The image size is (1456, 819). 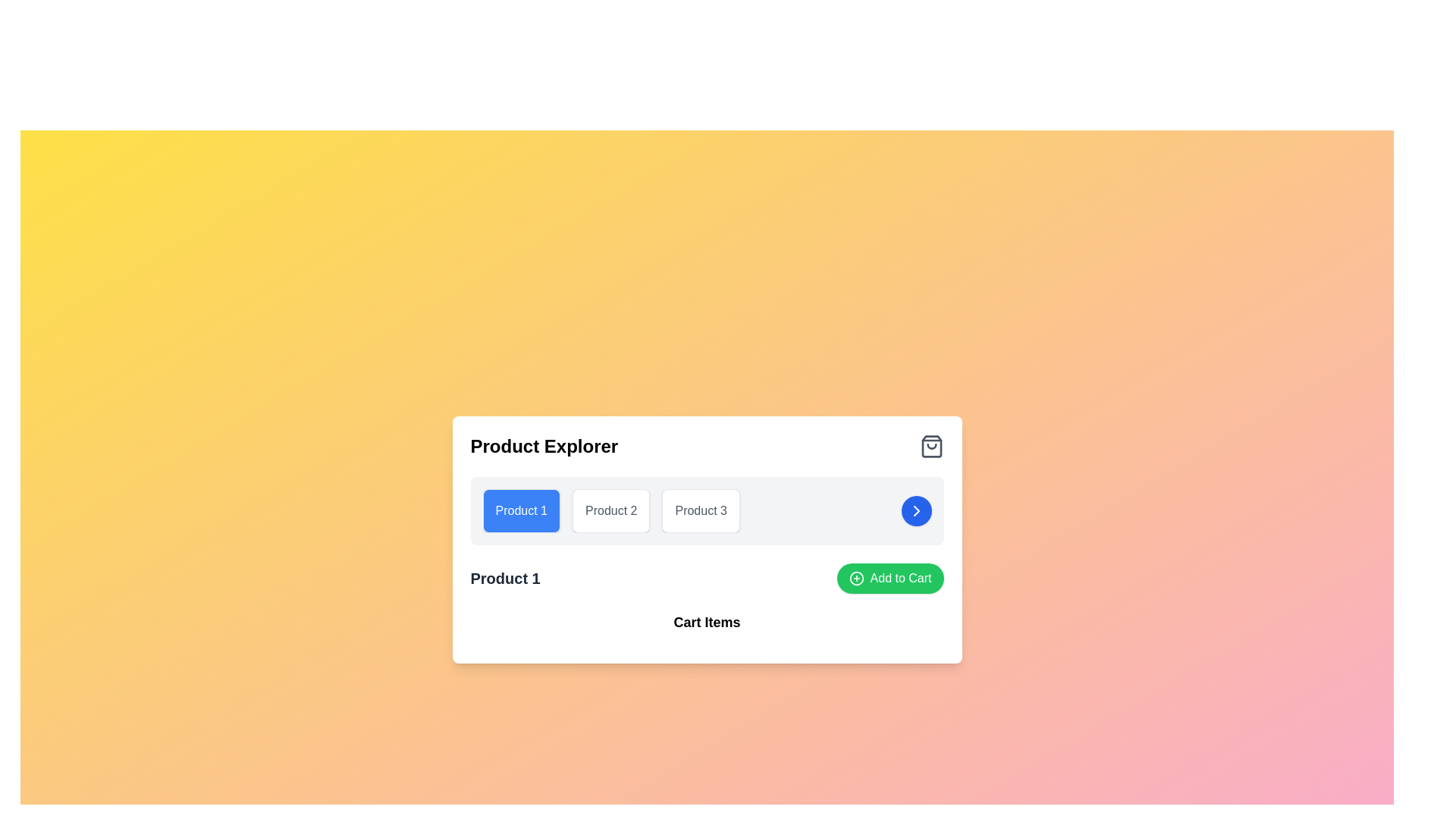 I want to click on the first selectable button for 'Product 1', so click(x=521, y=510).